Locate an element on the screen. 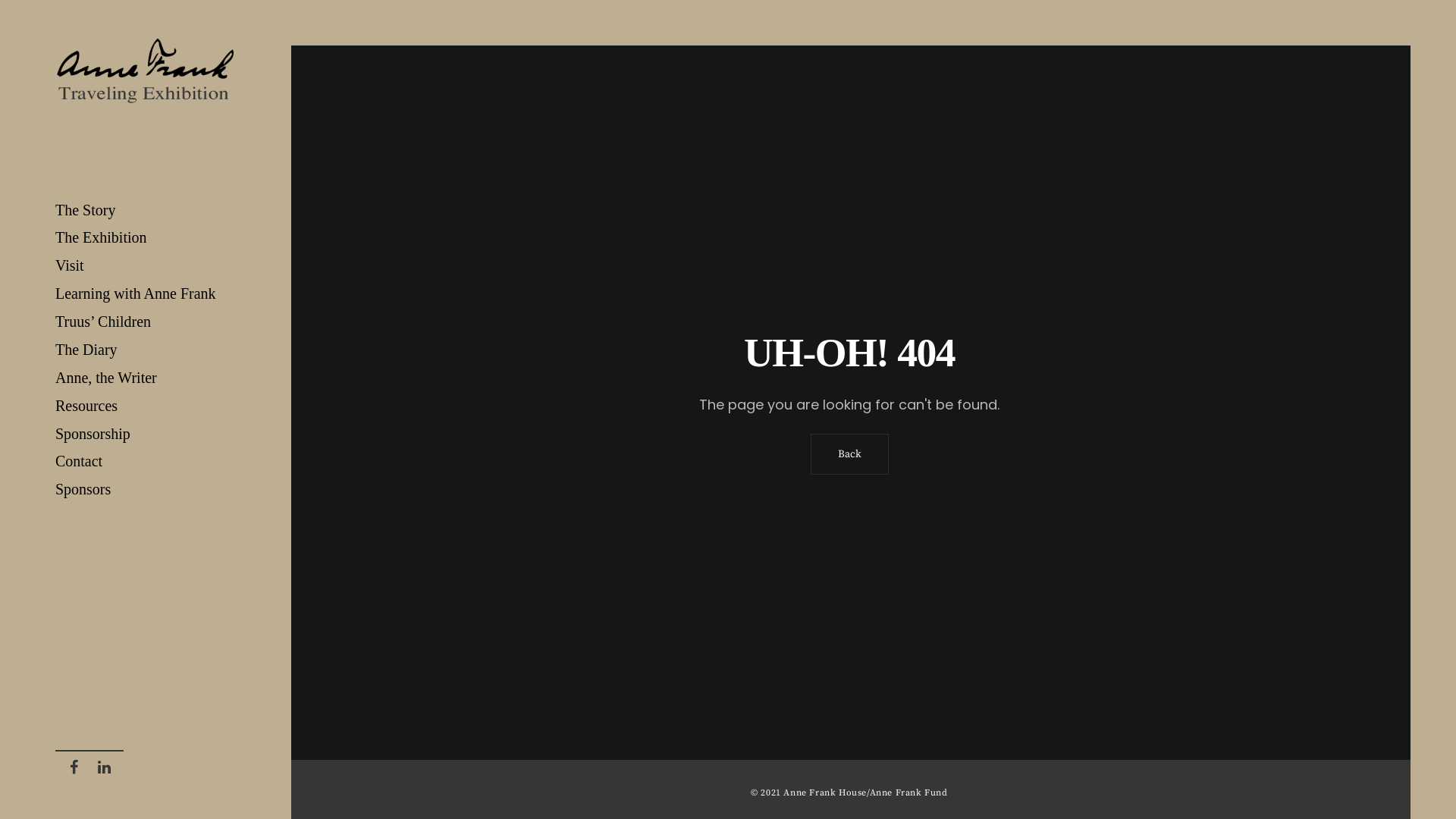 The width and height of the screenshot is (1456, 819). 'Learning with Anne Frank' is located at coordinates (146, 293).